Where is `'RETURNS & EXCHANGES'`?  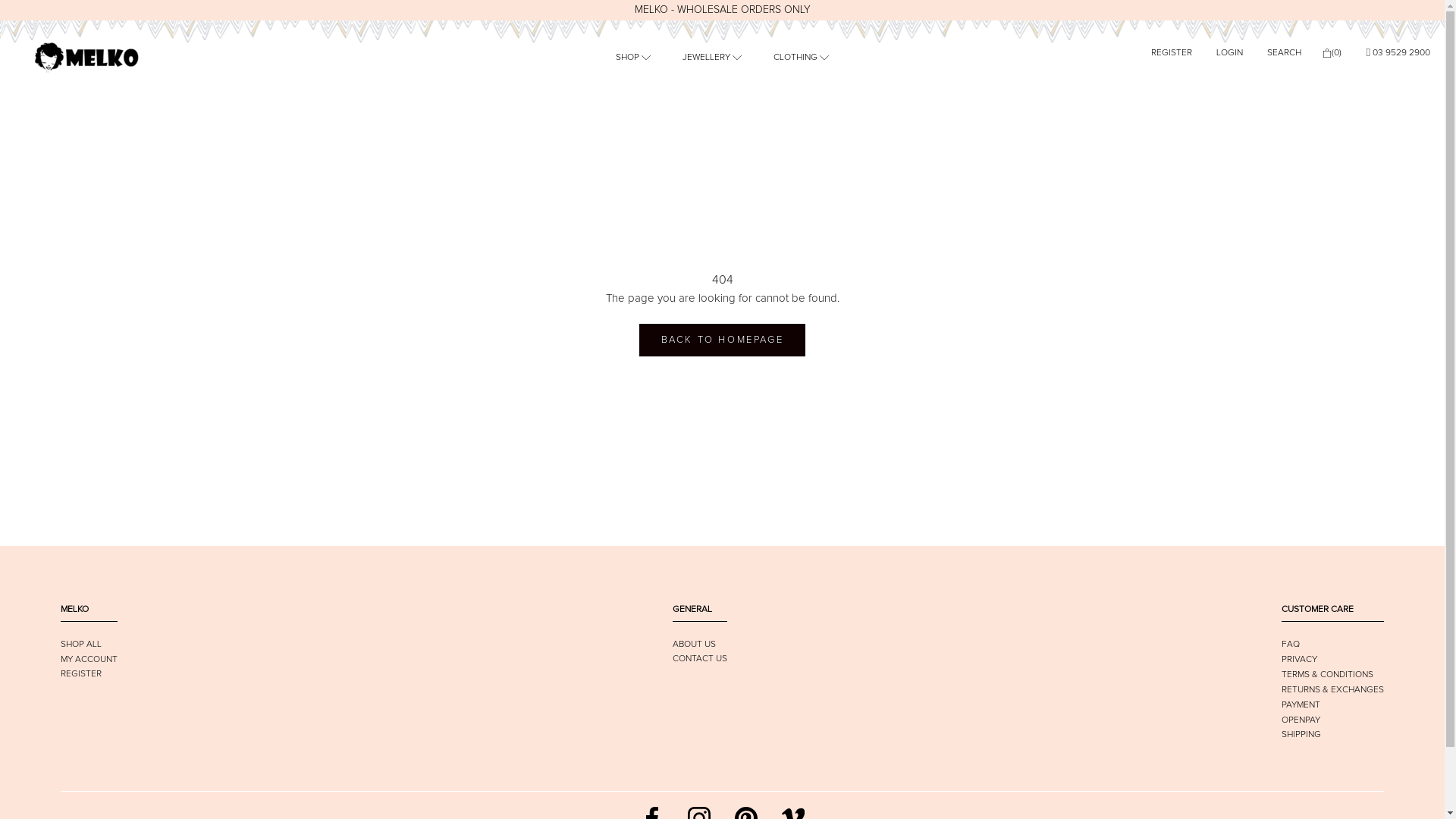
'RETURNS & EXCHANGES' is located at coordinates (1332, 690).